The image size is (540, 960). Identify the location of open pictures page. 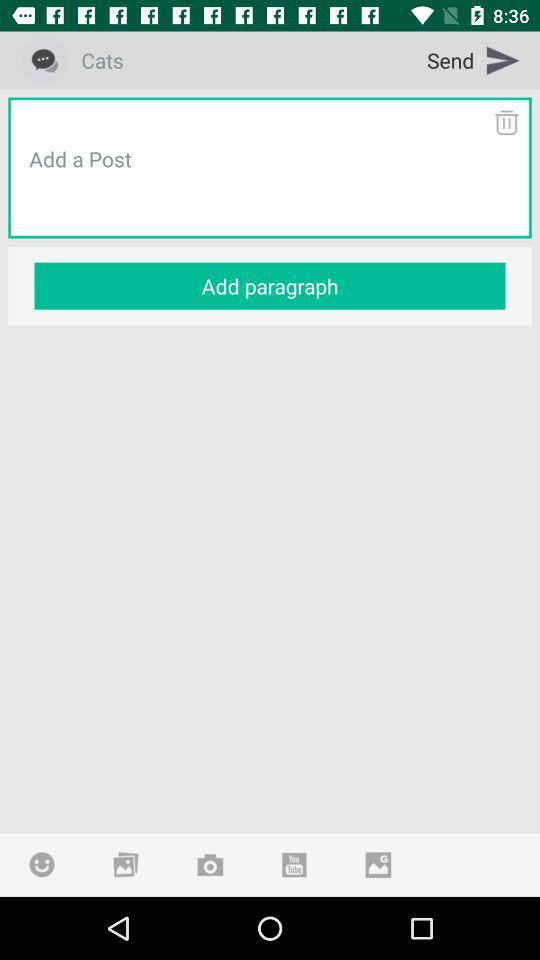
(125, 863).